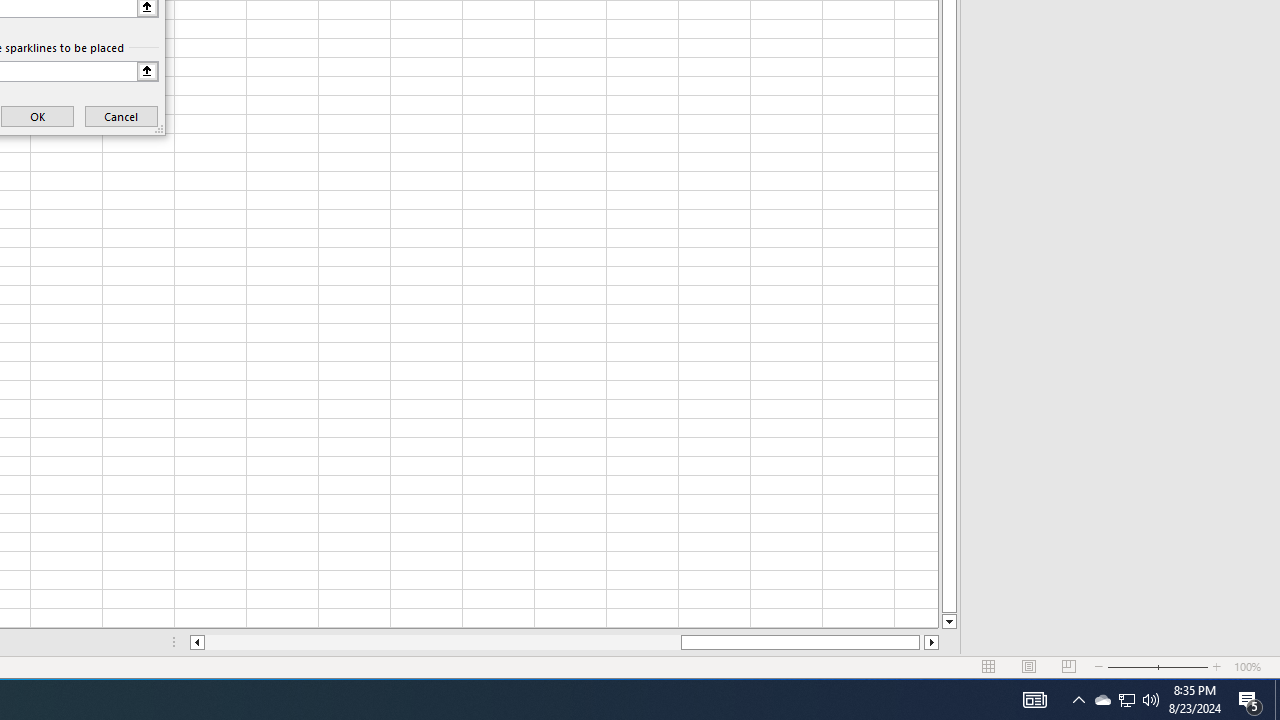  Describe the element at coordinates (1029, 667) in the screenshot. I see `'Page Layout'` at that location.